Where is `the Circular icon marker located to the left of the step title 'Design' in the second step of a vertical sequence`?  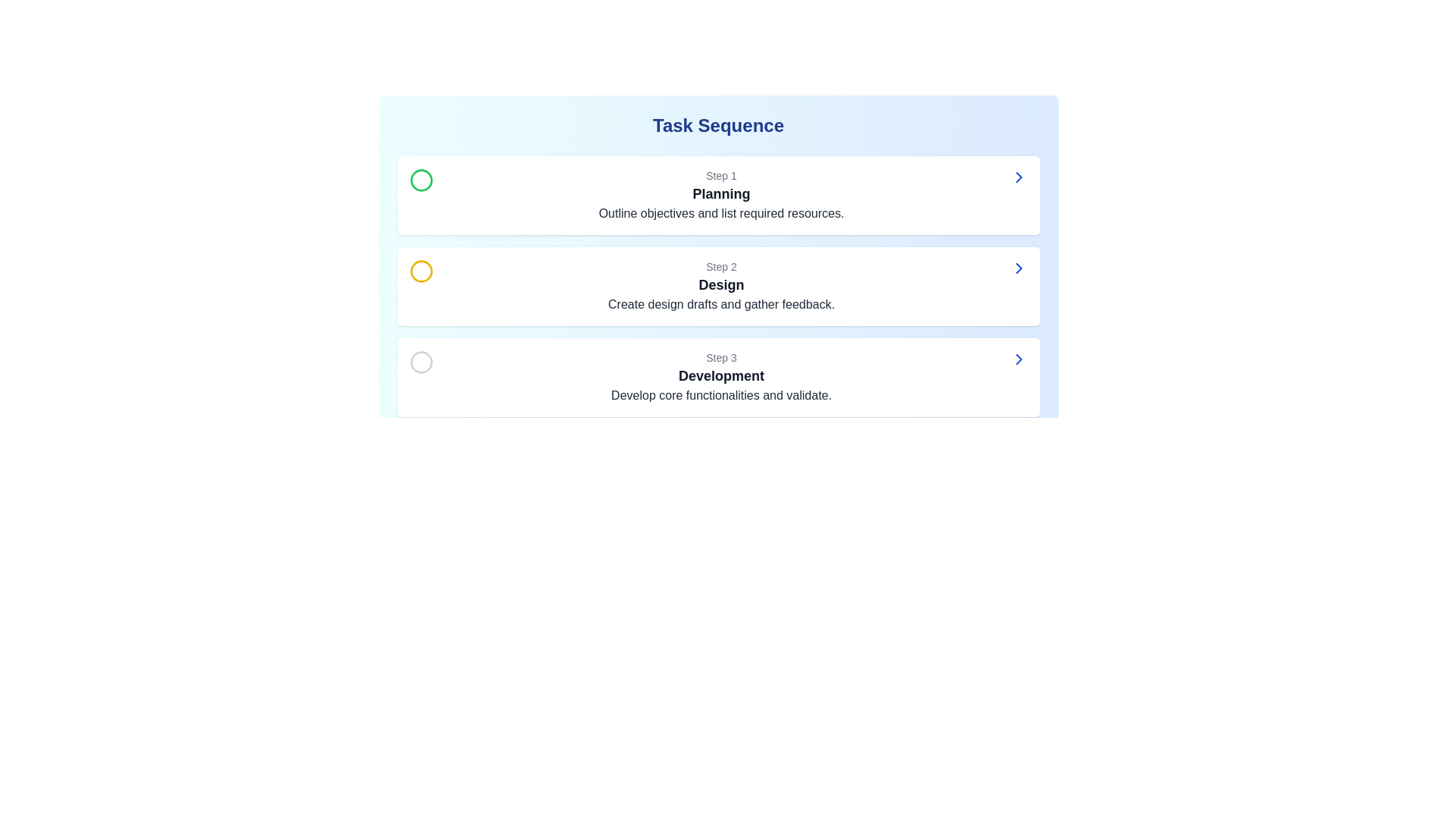
the Circular icon marker located to the left of the step title 'Design' in the second step of a vertical sequence is located at coordinates (421, 271).